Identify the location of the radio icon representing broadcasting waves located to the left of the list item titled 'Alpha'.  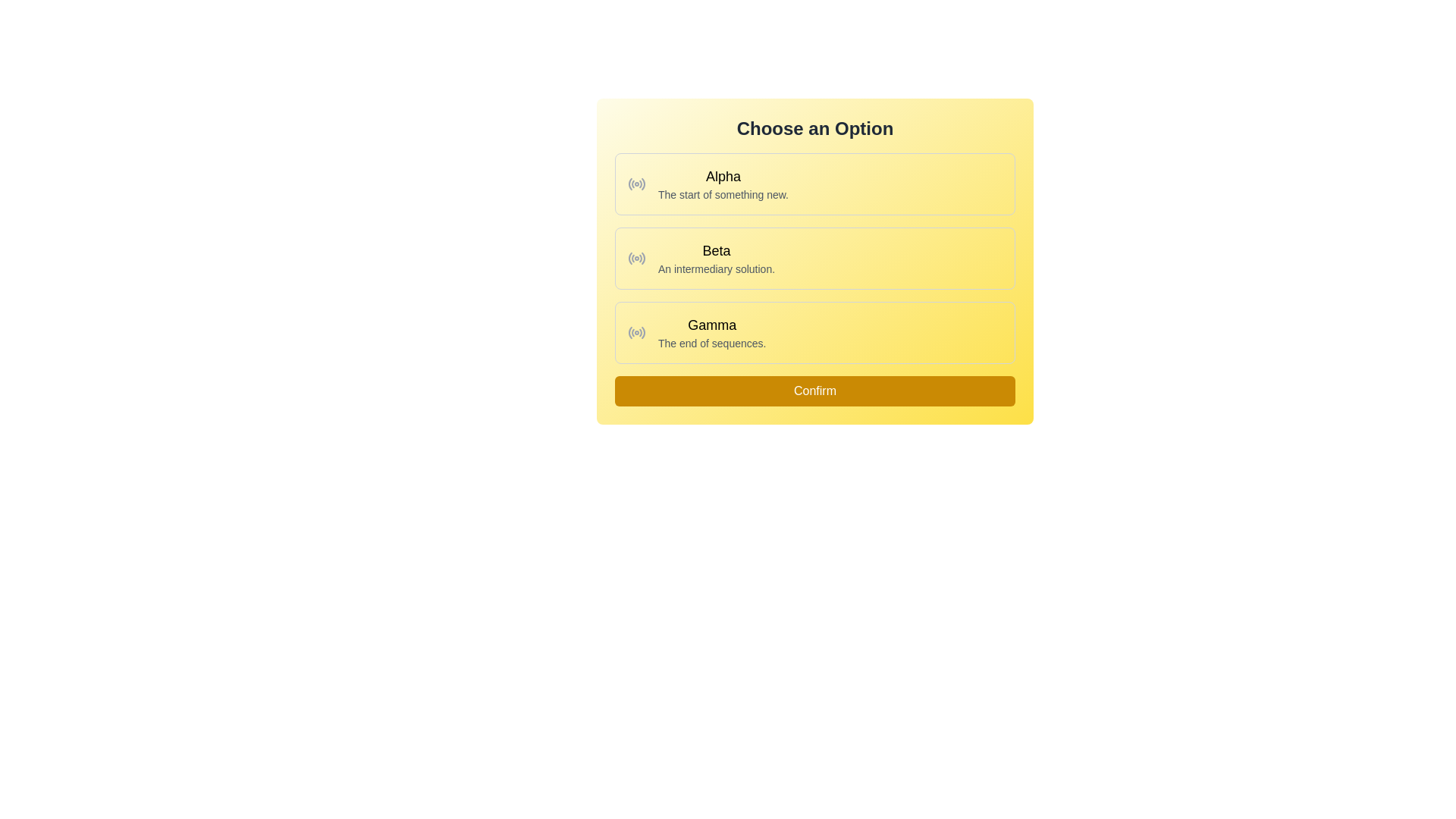
(637, 184).